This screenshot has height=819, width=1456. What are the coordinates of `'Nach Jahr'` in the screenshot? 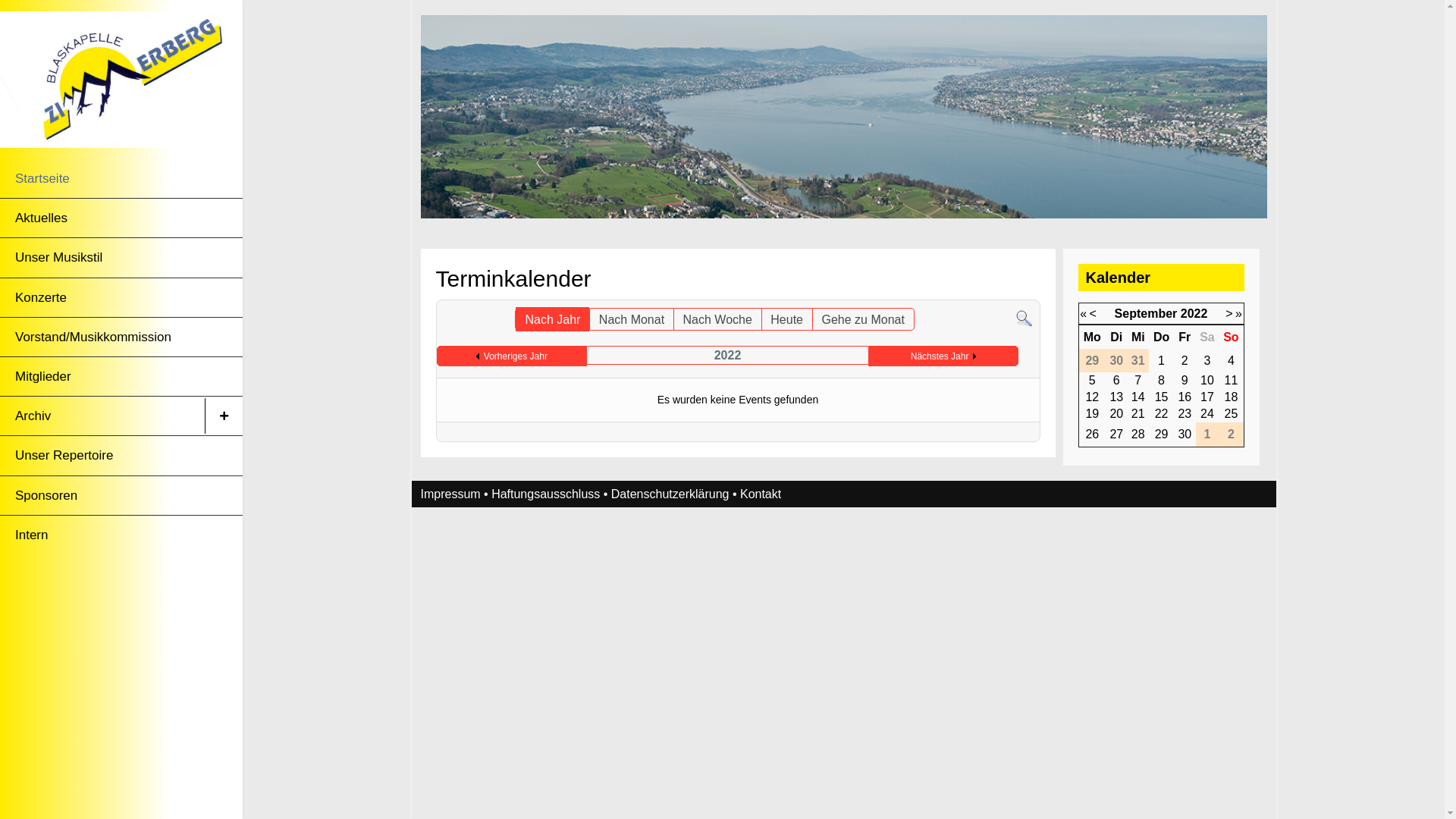 It's located at (551, 318).